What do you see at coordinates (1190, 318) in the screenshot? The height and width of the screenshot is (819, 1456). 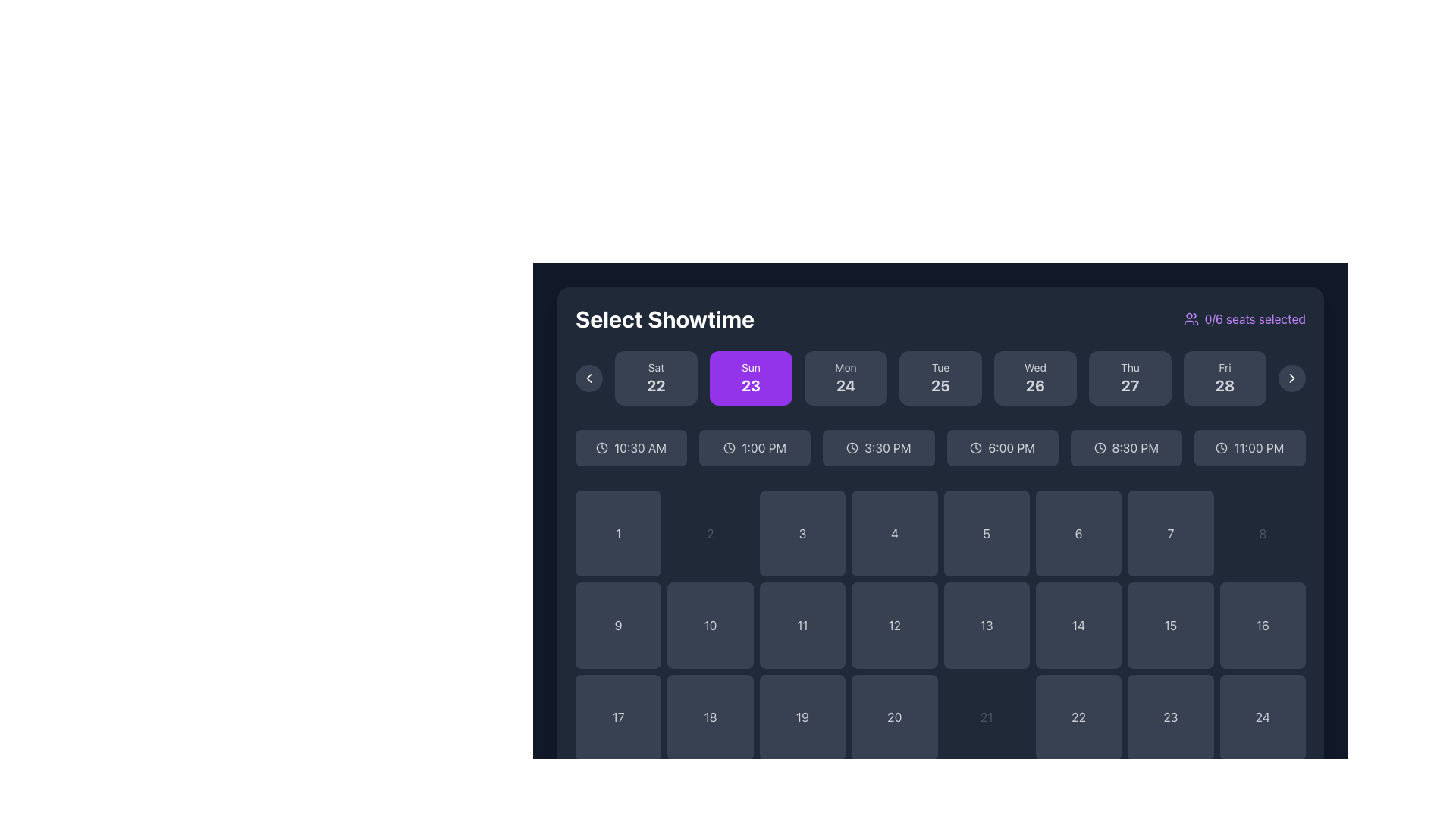 I see `the user icon styled as an outline of two people in purple, located in the top-right corner preceding the text '0/6 seats selected'` at bounding box center [1190, 318].